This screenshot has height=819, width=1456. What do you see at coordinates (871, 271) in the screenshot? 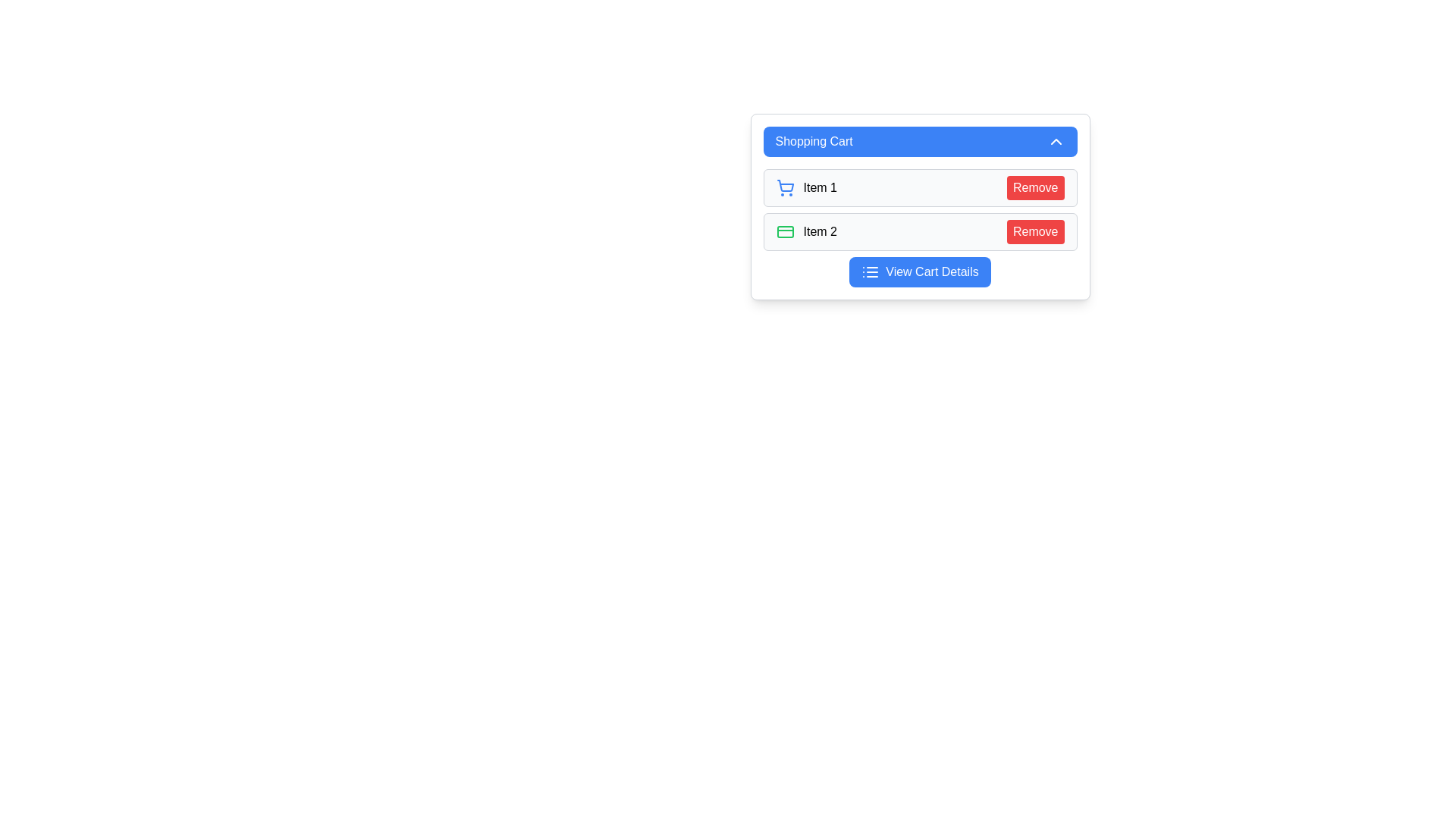
I see `the cart icon located to the left of the 'View Cart Details' button, which visually indicates the functionality of viewing cart details` at bounding box center [871, 271].